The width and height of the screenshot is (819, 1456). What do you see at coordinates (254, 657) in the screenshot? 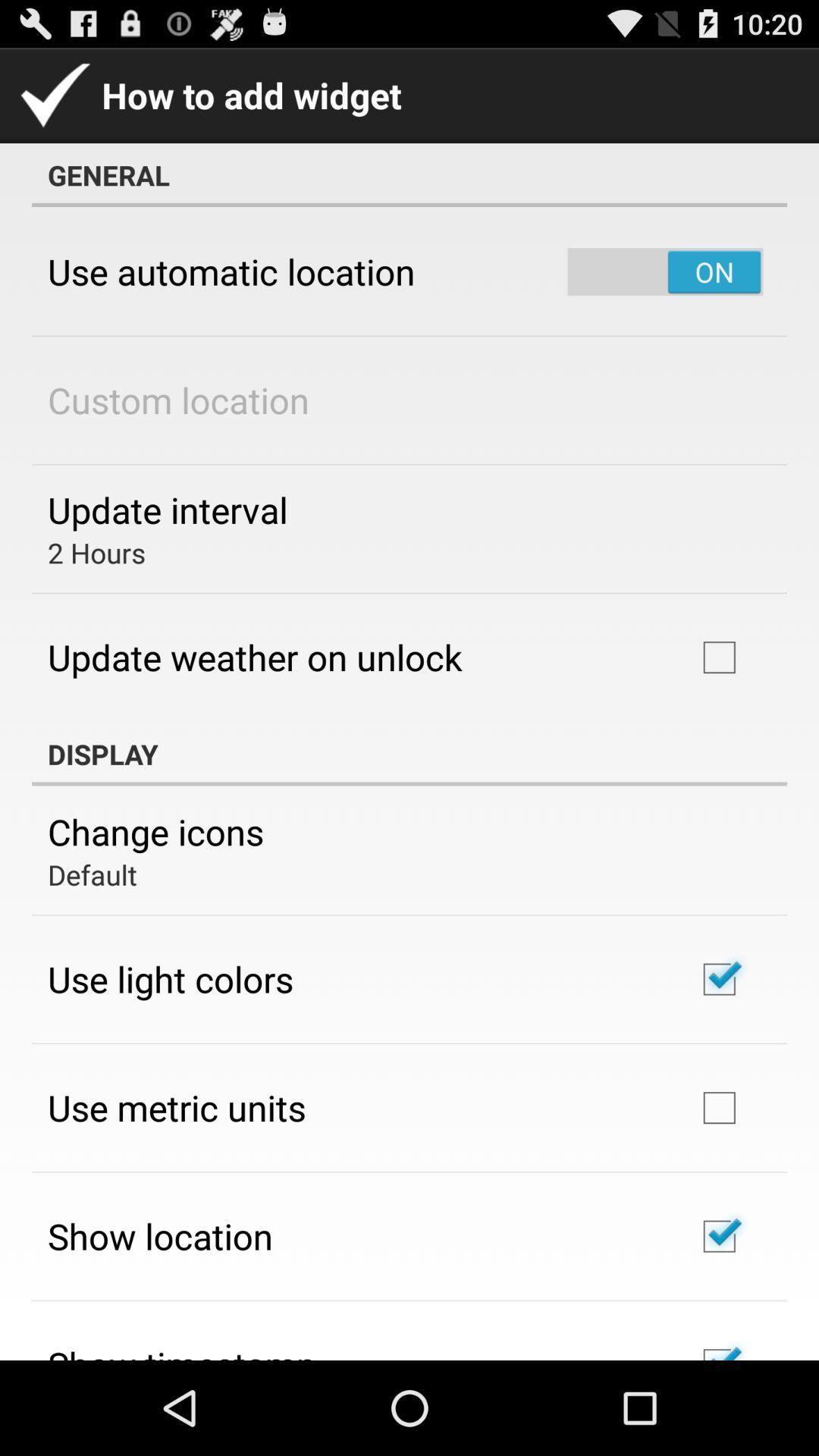
I see `the icon above display item` at bounding box center [254, 657].